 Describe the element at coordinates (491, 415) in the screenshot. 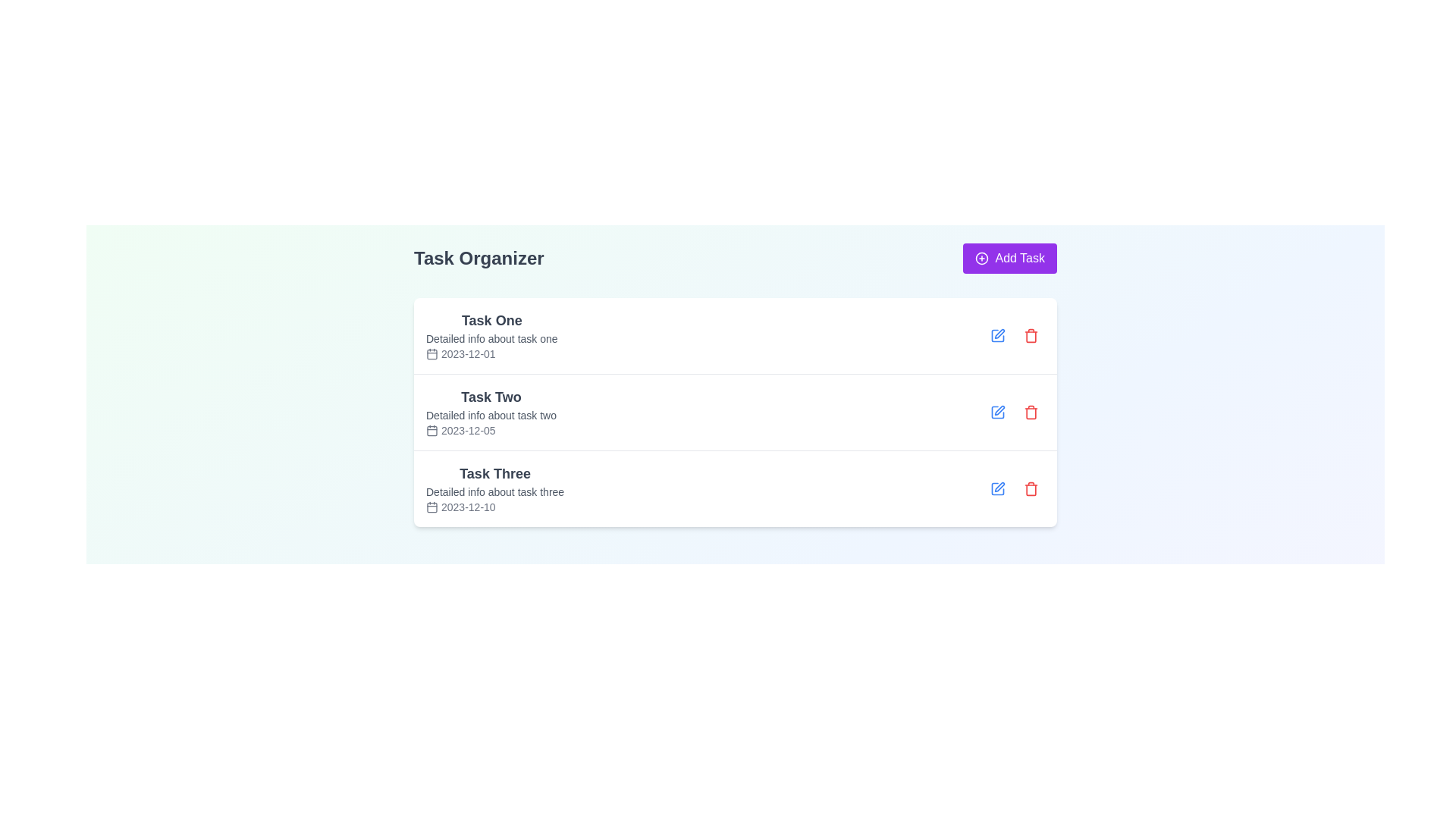

I see `the Text label that provides additional description for 'Task Two', positioned between the heading and the task's date` at that location.